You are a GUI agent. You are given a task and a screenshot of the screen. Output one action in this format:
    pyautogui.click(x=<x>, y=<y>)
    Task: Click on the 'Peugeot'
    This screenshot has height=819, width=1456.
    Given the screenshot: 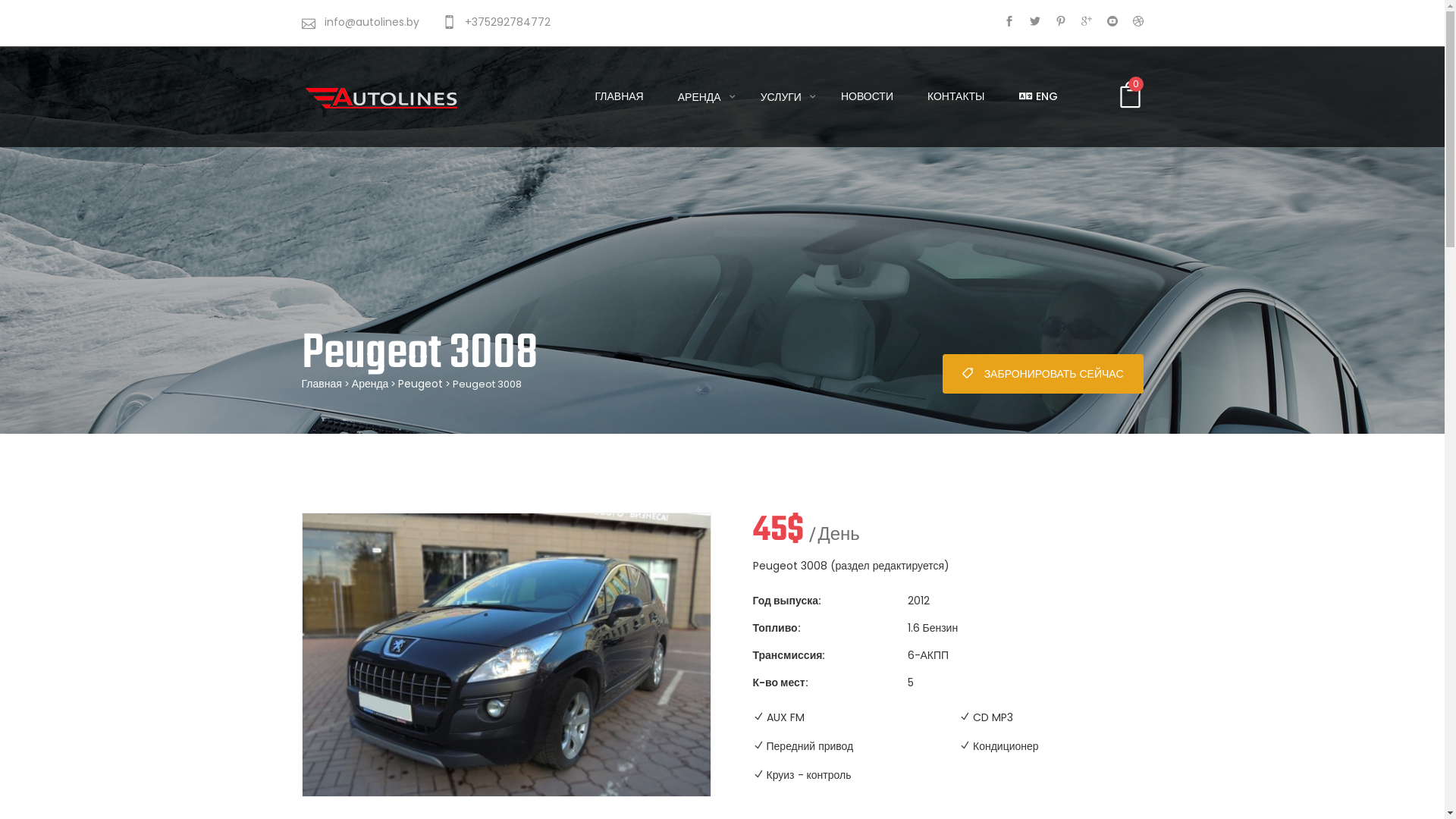 What is the action you would take?
    pyautogui.click(x=420, y=382)
    